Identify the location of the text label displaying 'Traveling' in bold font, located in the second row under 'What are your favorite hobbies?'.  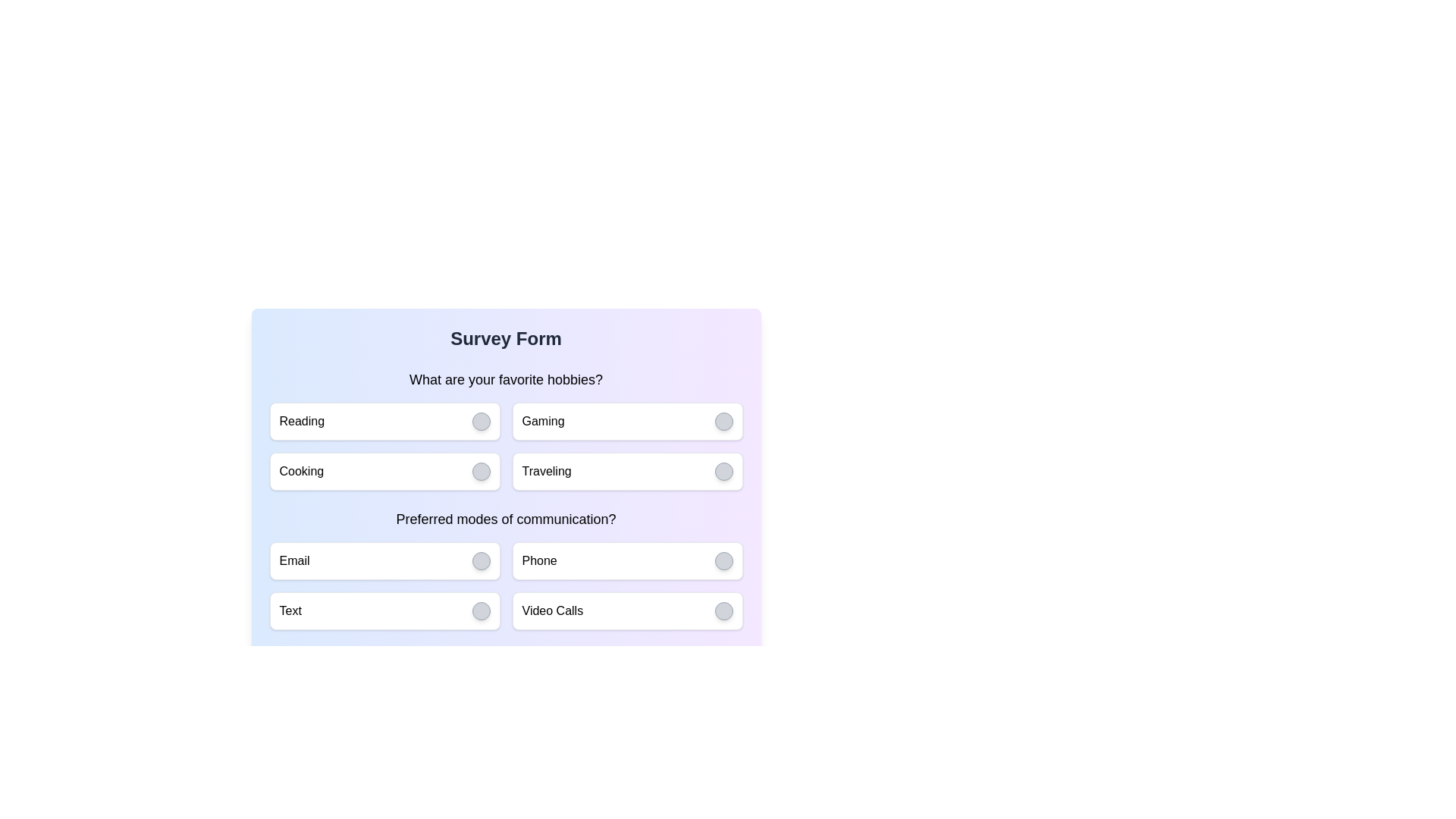
(546, 470).